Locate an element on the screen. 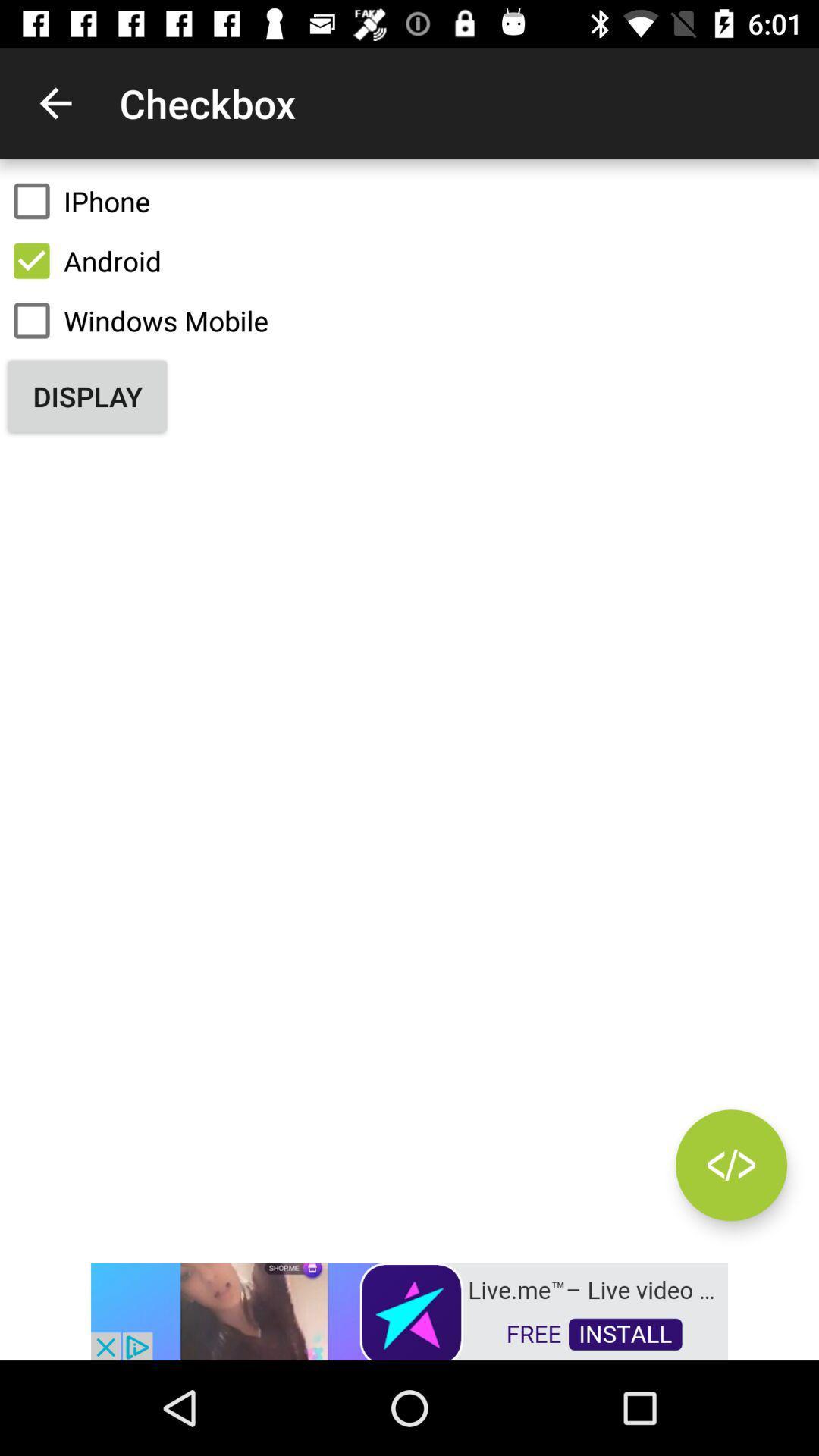 This screenshot has width=819, height=1456. this advertisement is located at coordinates (409, 1310).